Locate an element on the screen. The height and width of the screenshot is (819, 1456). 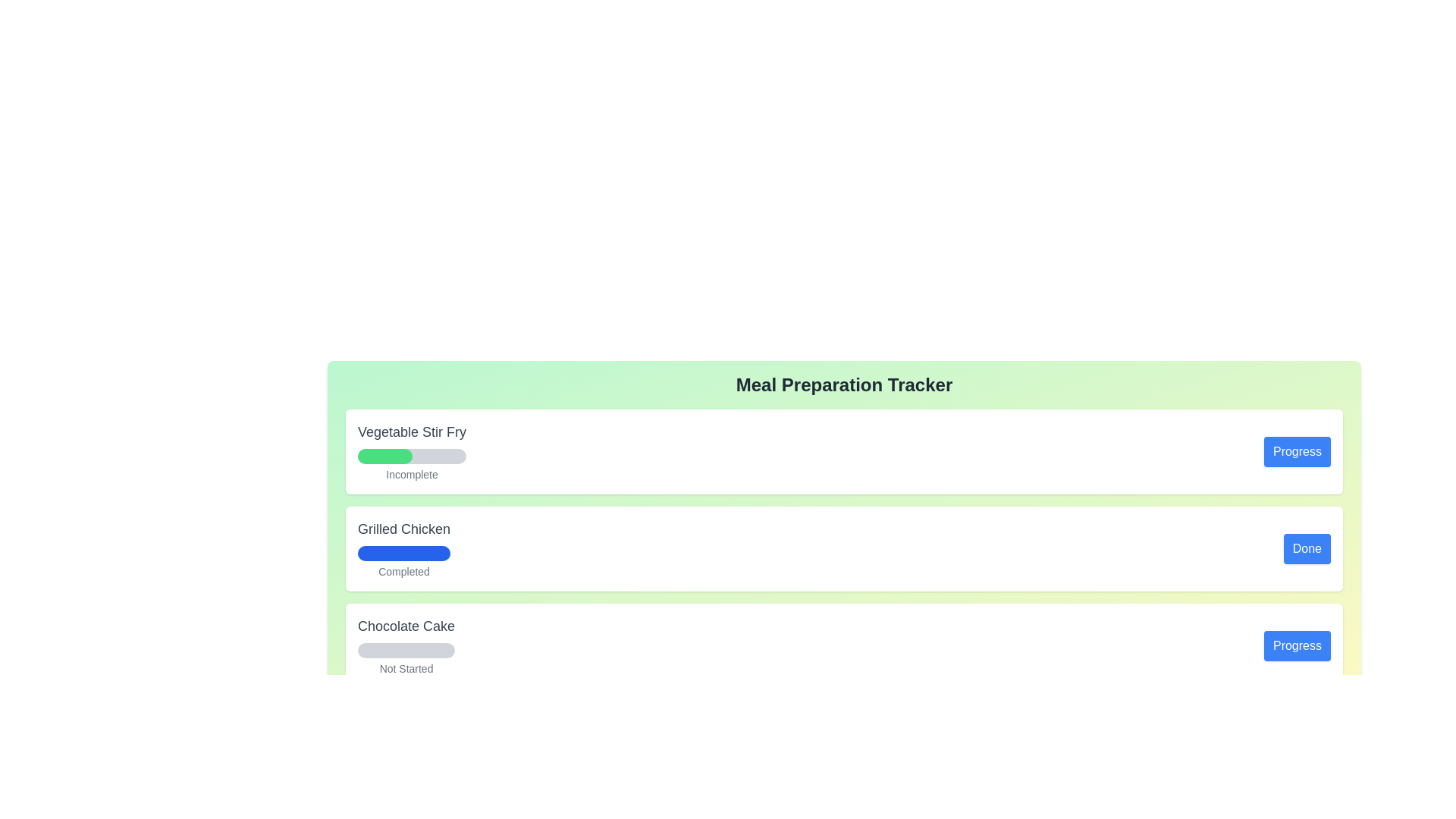
the progress bar indicating the completion of the 'Grilled Chicken' task, which visually represents the task's progress is located at coordinates (403, 553).